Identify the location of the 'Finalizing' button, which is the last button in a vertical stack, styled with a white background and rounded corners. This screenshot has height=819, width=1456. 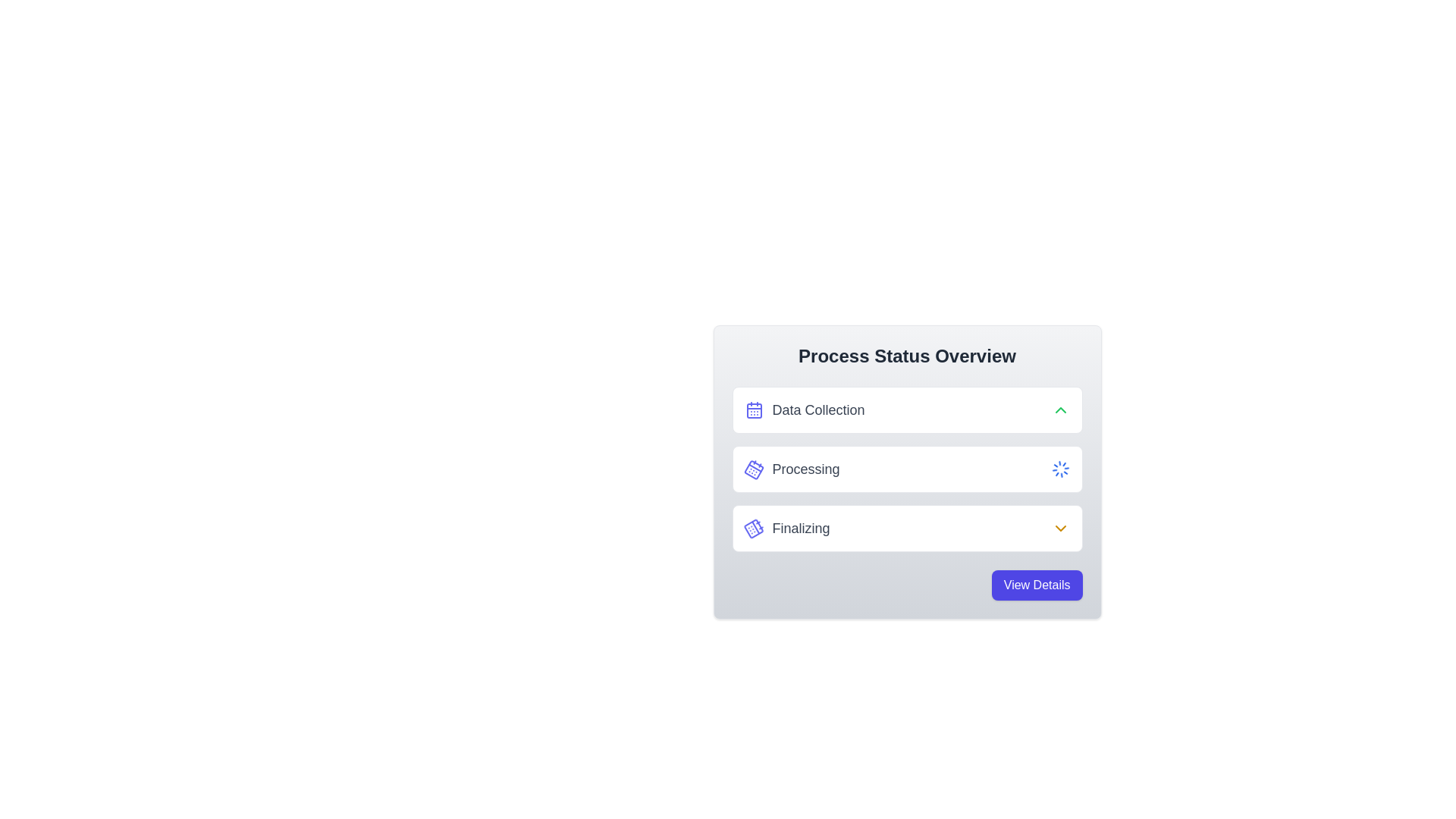
(907, 528).